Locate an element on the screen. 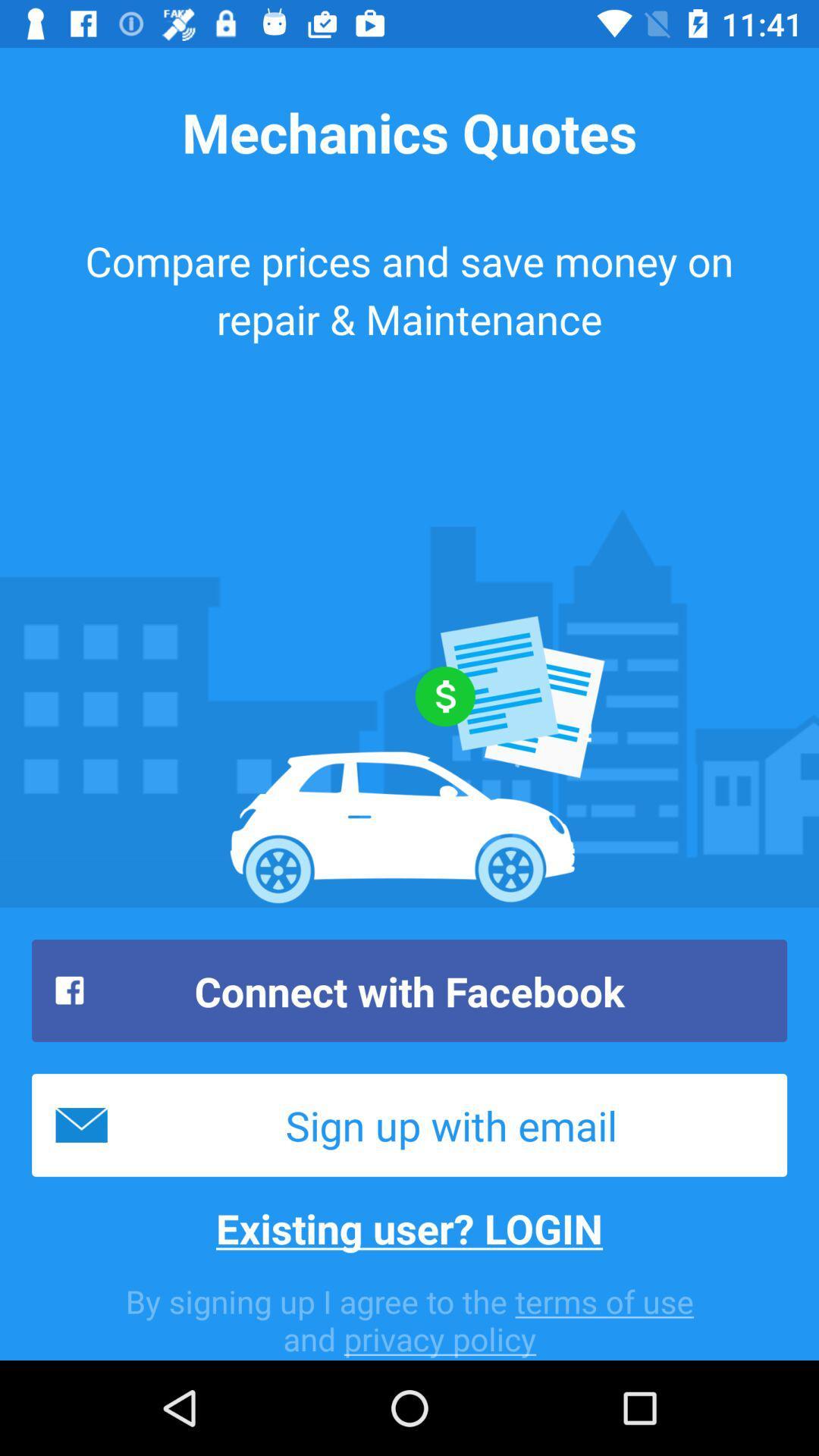 The image size is (819, 1456). icon above by signing up is located at coordinates (409, 1228).